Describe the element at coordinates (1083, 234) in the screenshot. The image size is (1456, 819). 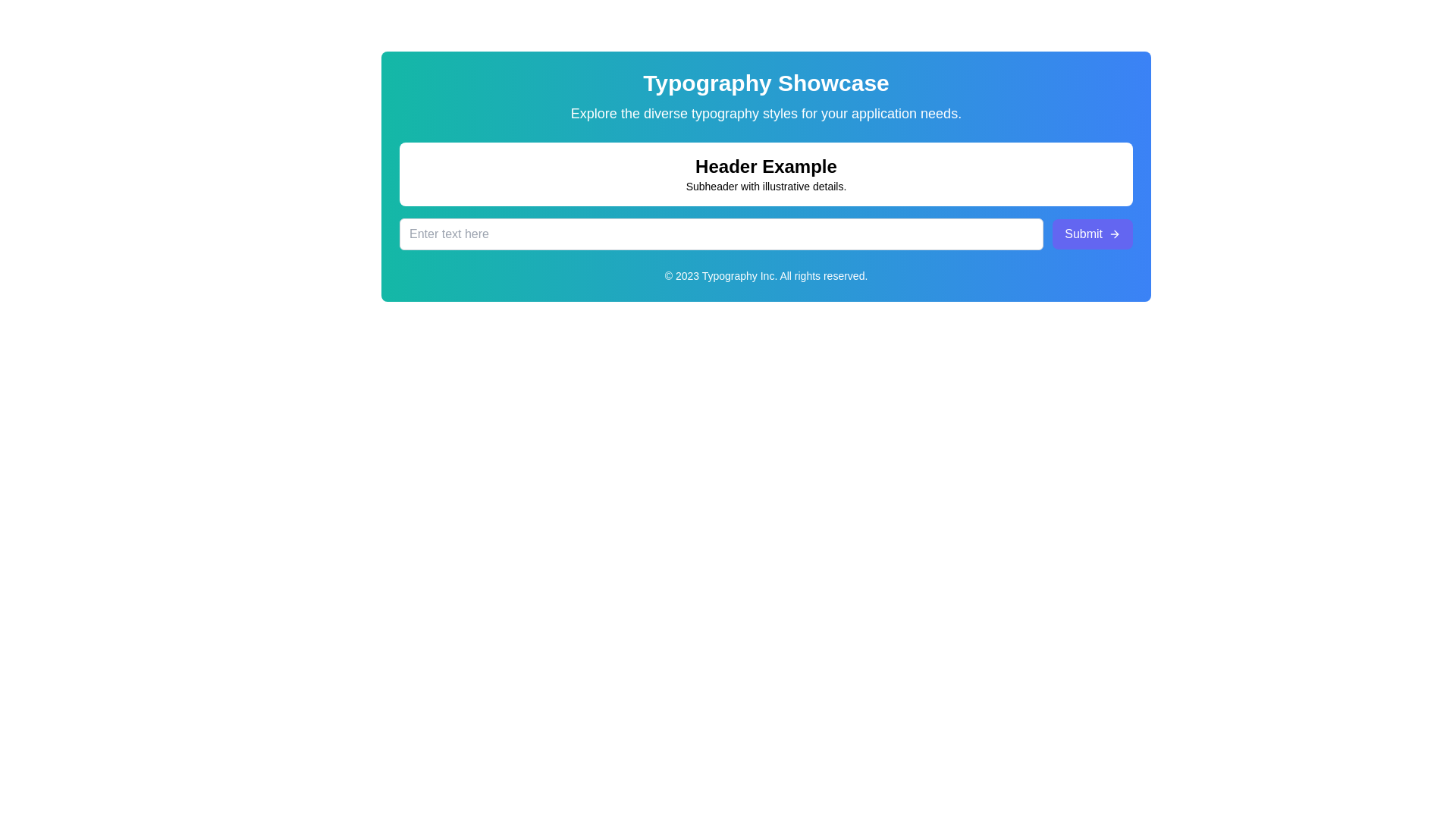
I see `the Text Label that indicates the purpose of the submit button, located in the bottom right corner of the form area, to the left of an arrow-shaped icon` at that location.